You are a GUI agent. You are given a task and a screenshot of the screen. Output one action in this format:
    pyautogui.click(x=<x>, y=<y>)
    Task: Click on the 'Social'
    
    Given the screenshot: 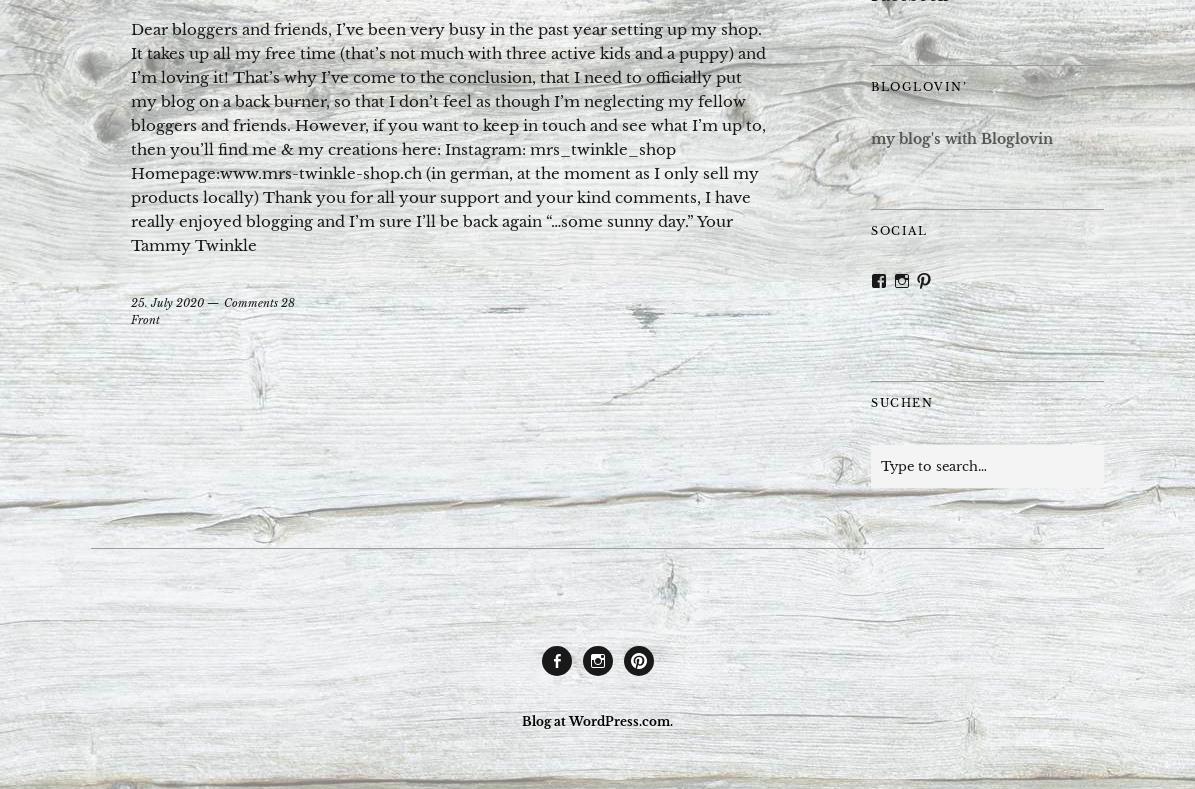 What is the action you would take?
    pyautogui.click(x=870, y=228)
    